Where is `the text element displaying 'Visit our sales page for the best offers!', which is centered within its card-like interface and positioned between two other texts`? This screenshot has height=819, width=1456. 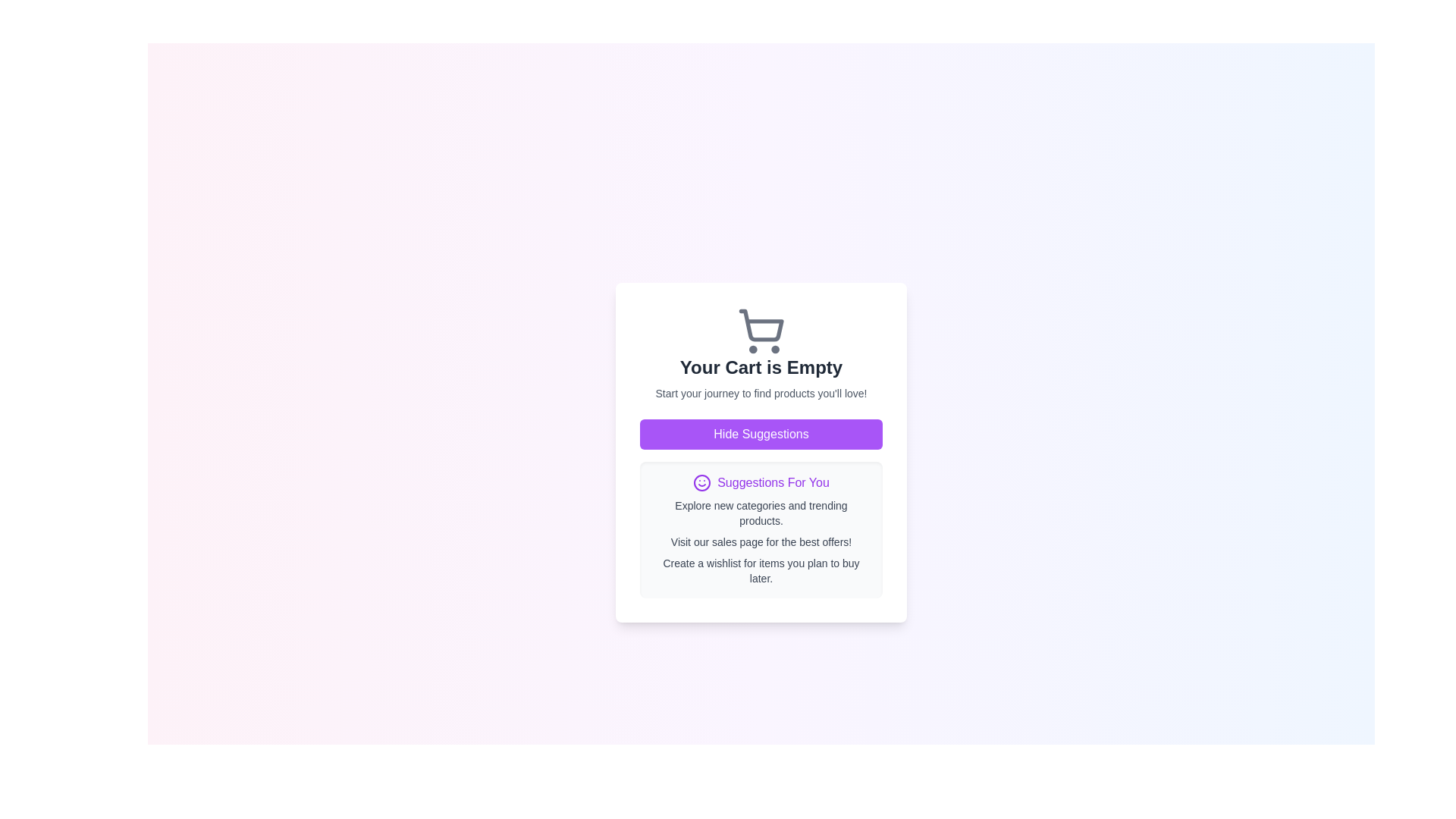
the text element displaying 'Visit our sales page for the best offers!', which is centered within its card-like interface and positioned between two other texts is located at coordinates (761, 541).